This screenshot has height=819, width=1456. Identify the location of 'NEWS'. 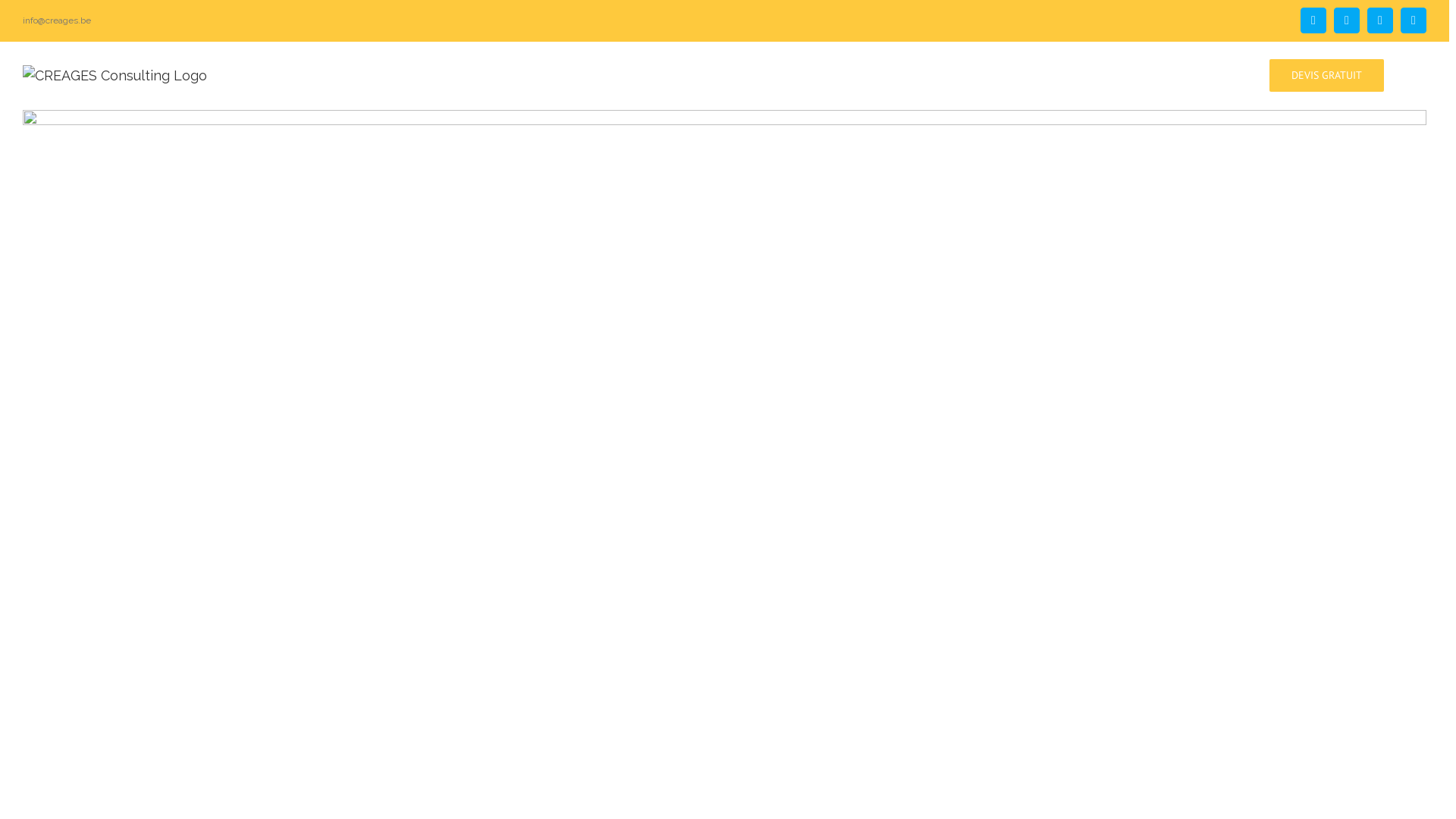
(1153, 74).